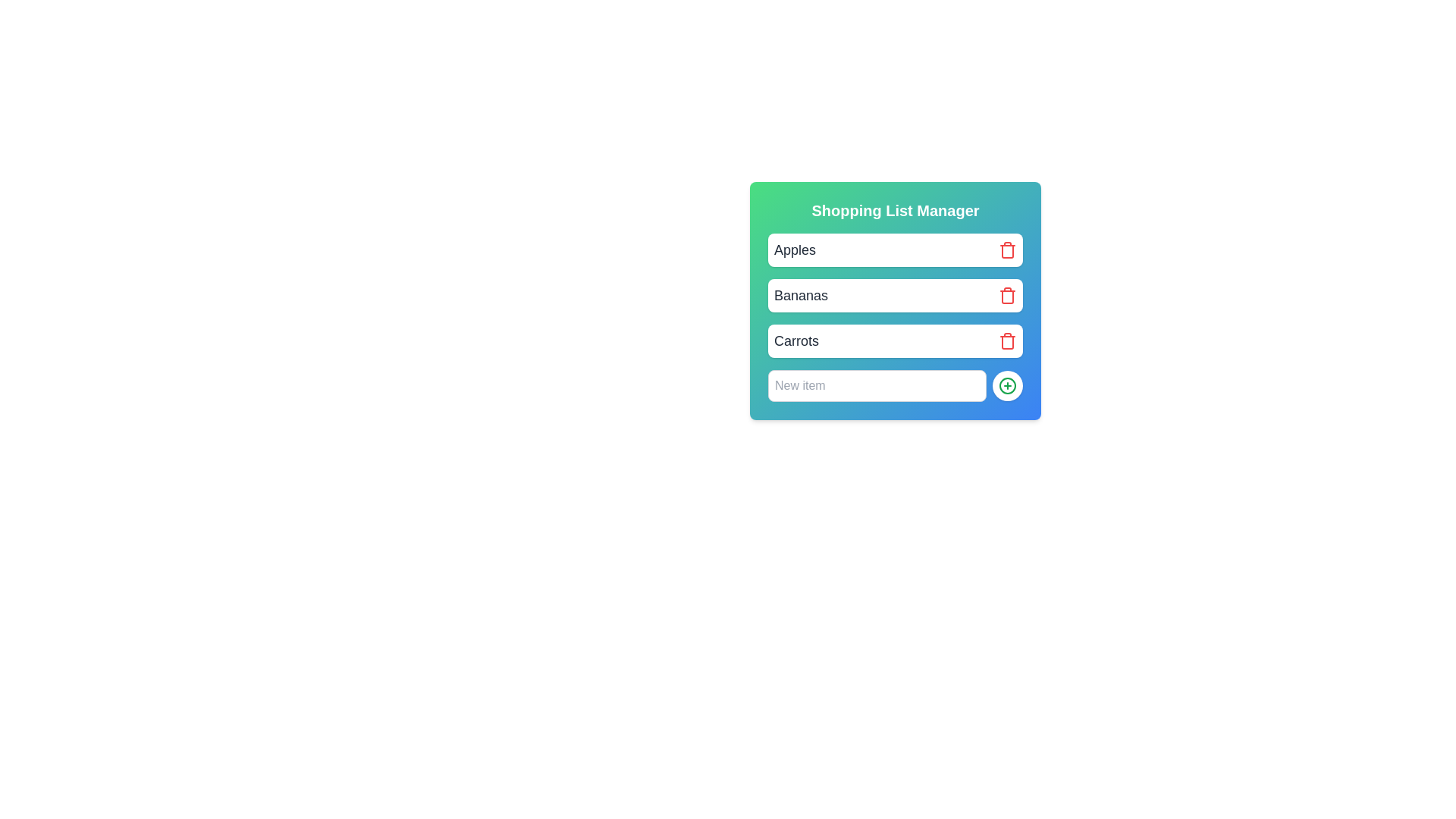 This screenshot has height=819, width=1456. What do you see at coordinates (877, 385) in the screenshot?
I see `the new item input field and clear its content` at bounding box center [877, 385].